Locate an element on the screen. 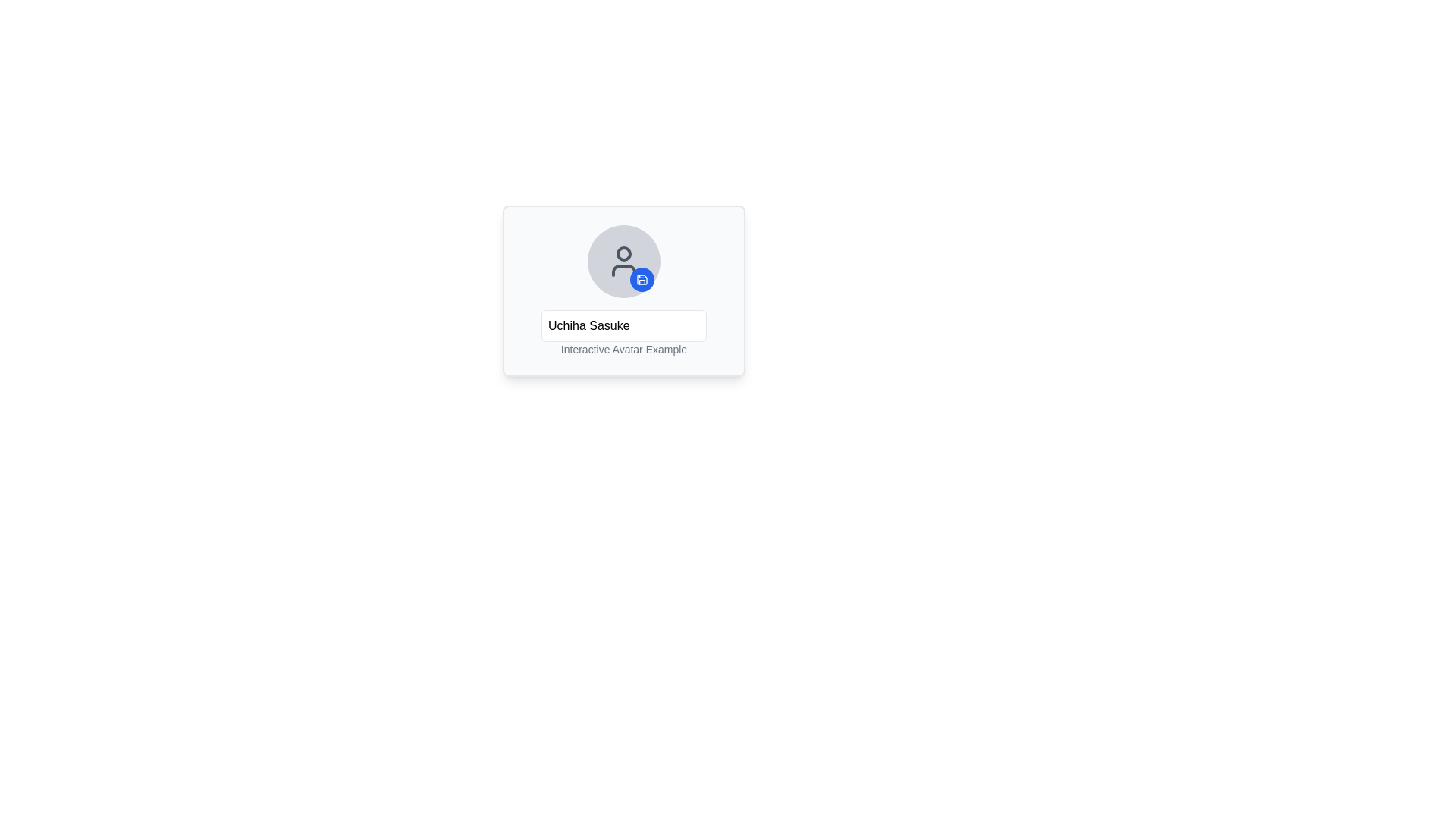  the save icon located at the bottom-right of the avatar card for 'Uchiha Sasuke' is located at coordinates (642, 280).